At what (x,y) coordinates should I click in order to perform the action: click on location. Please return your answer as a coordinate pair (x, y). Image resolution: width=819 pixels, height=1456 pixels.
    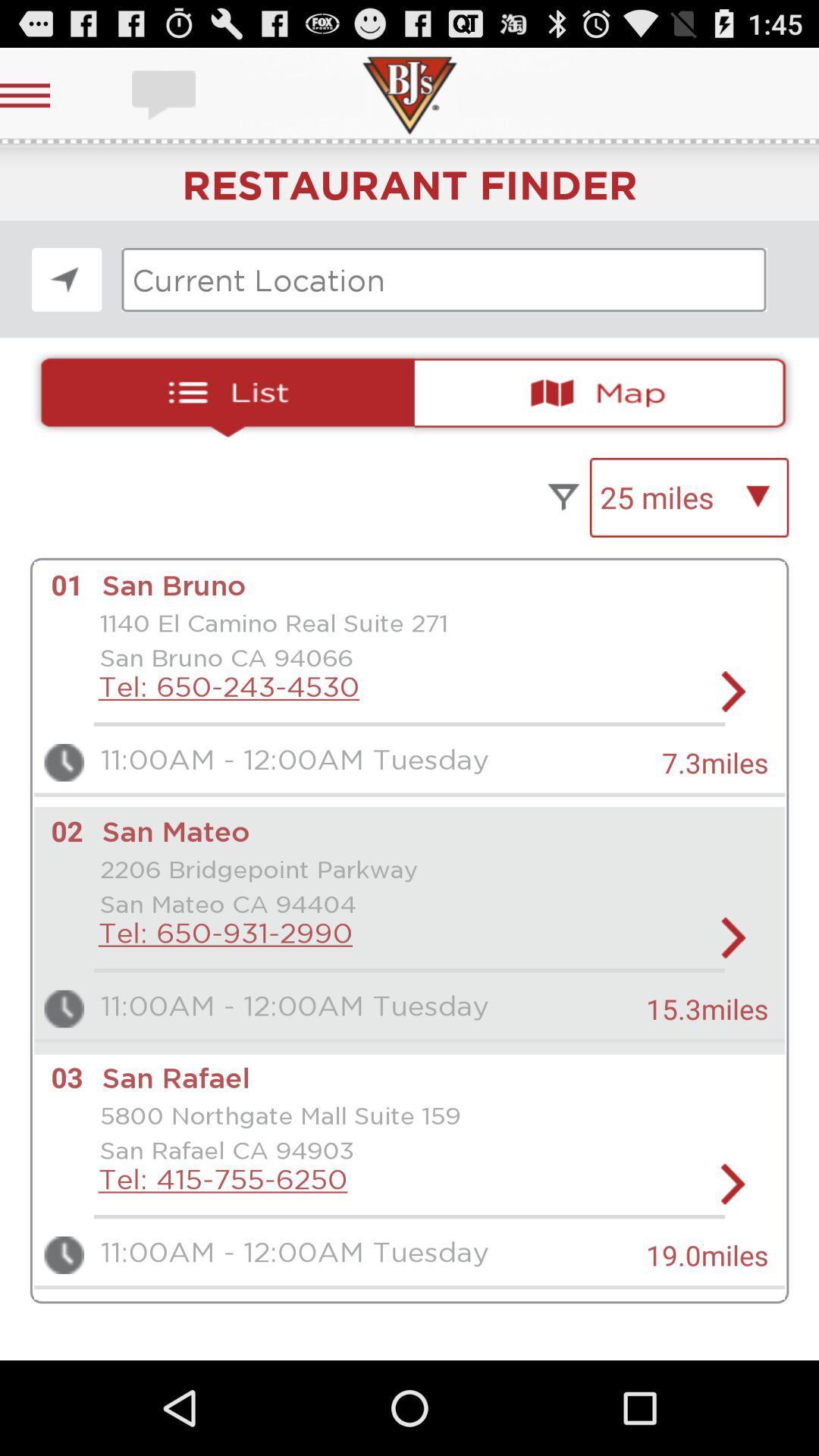
    Looking at the image, I should click on (66, 280).